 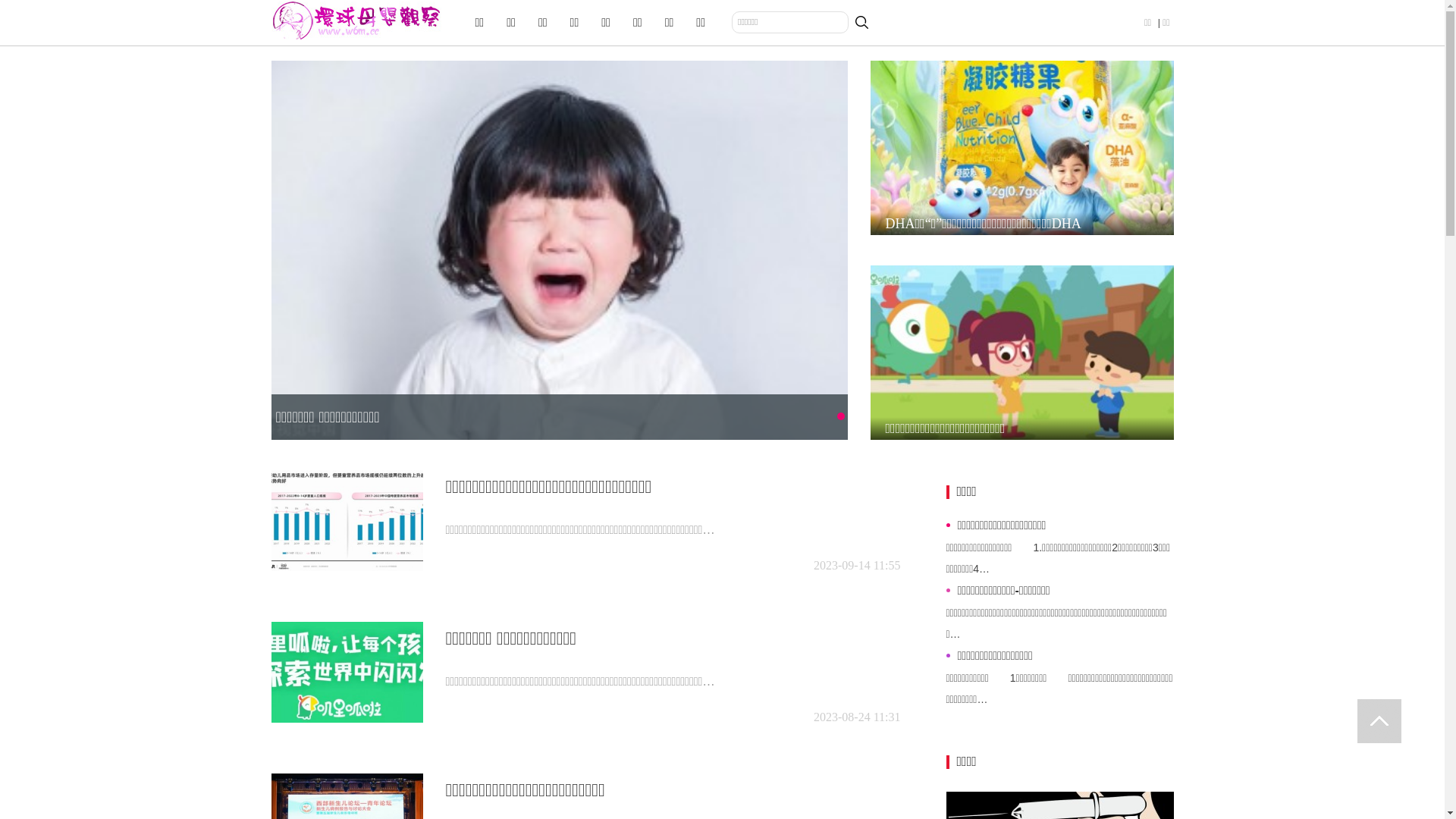 What do you see at coordinates (857, 565) in the screenshot?
I see `'2023-09-14 11:55'` at bounding box center [857, 565].